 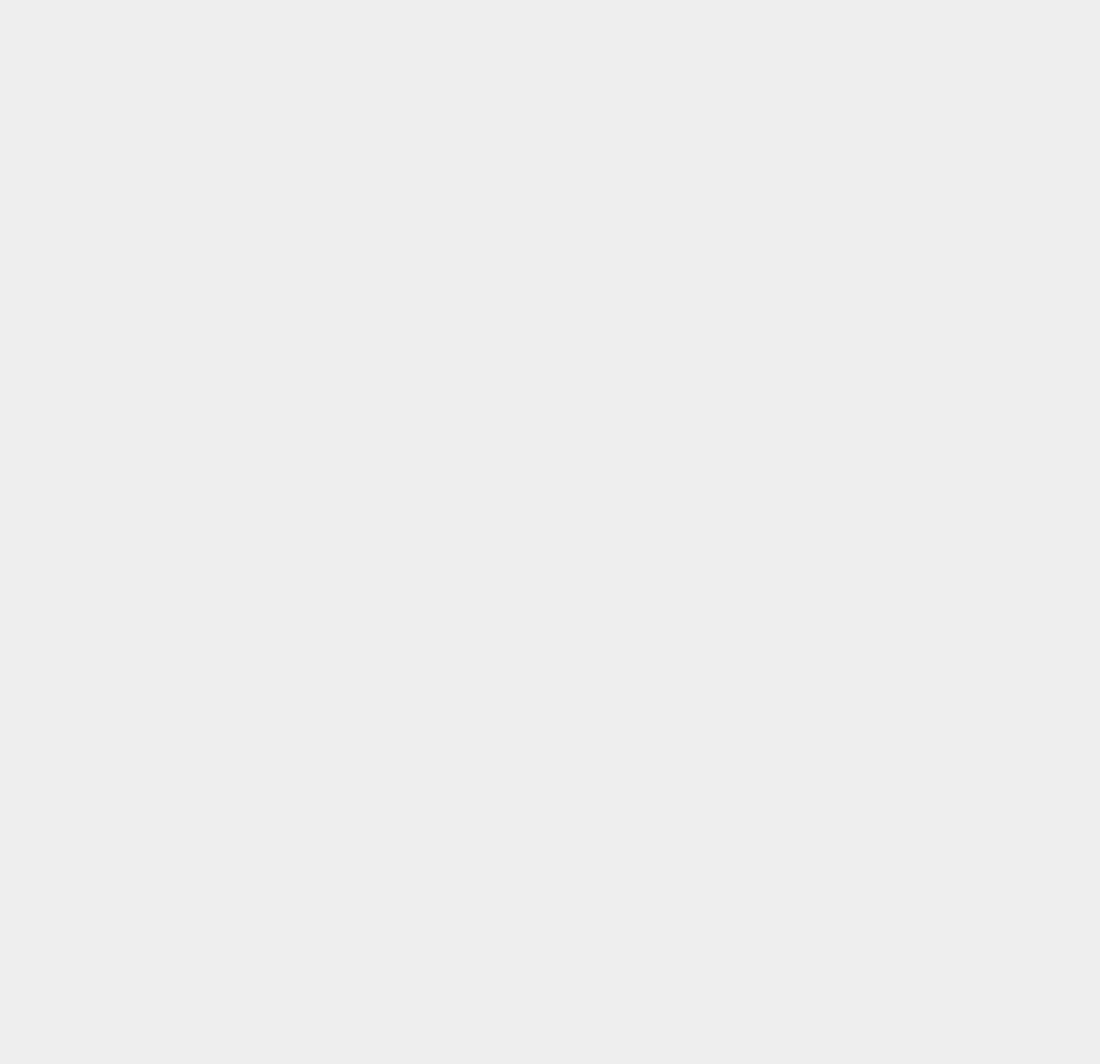 What do you see at coordinates (787, 271) in the screenshot?
I see `'LG'` at bounding box center [787, 271].